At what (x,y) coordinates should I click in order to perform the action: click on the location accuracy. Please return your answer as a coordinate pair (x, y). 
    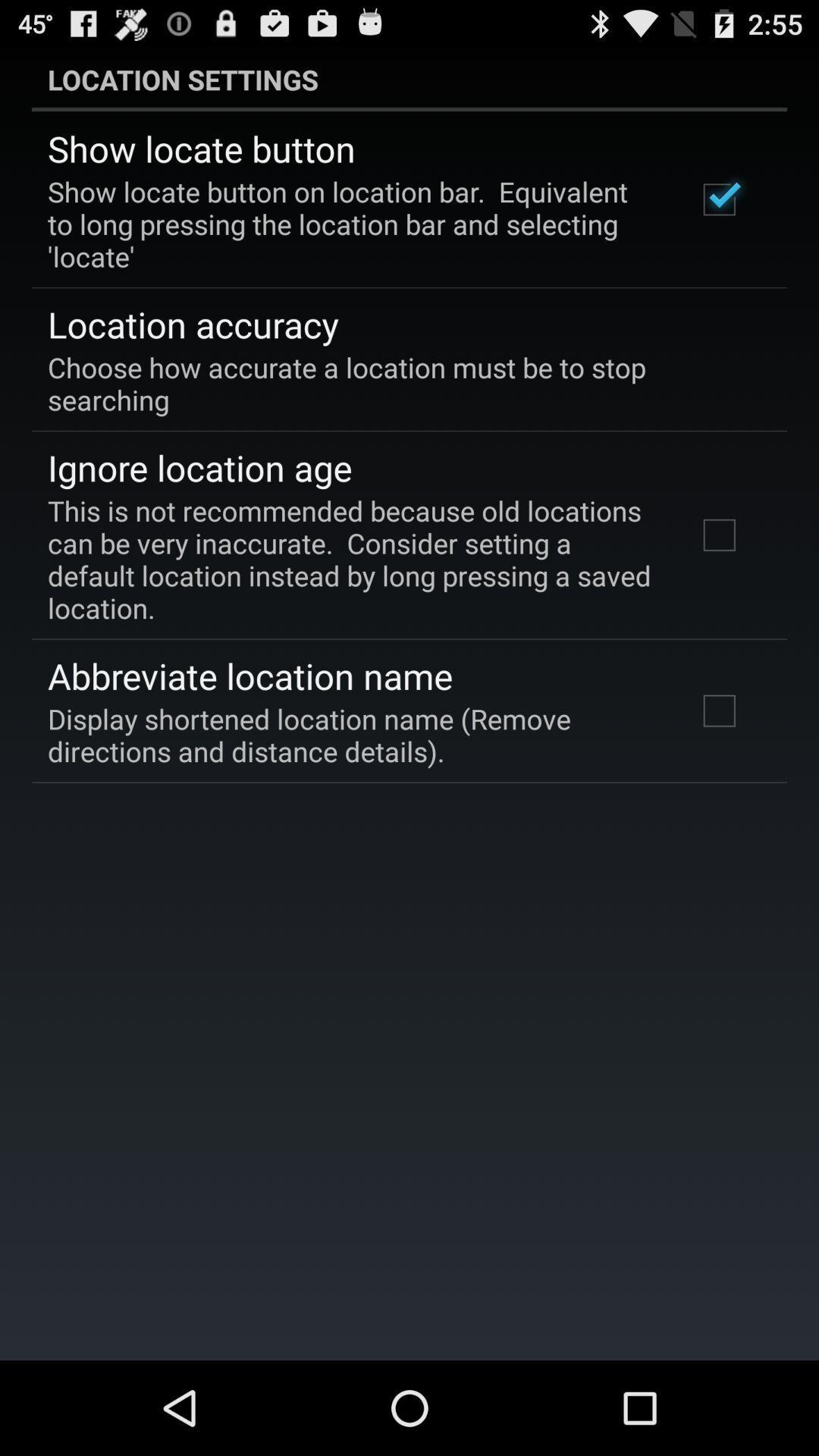
    Looking at the image, I should click on (192, 323).